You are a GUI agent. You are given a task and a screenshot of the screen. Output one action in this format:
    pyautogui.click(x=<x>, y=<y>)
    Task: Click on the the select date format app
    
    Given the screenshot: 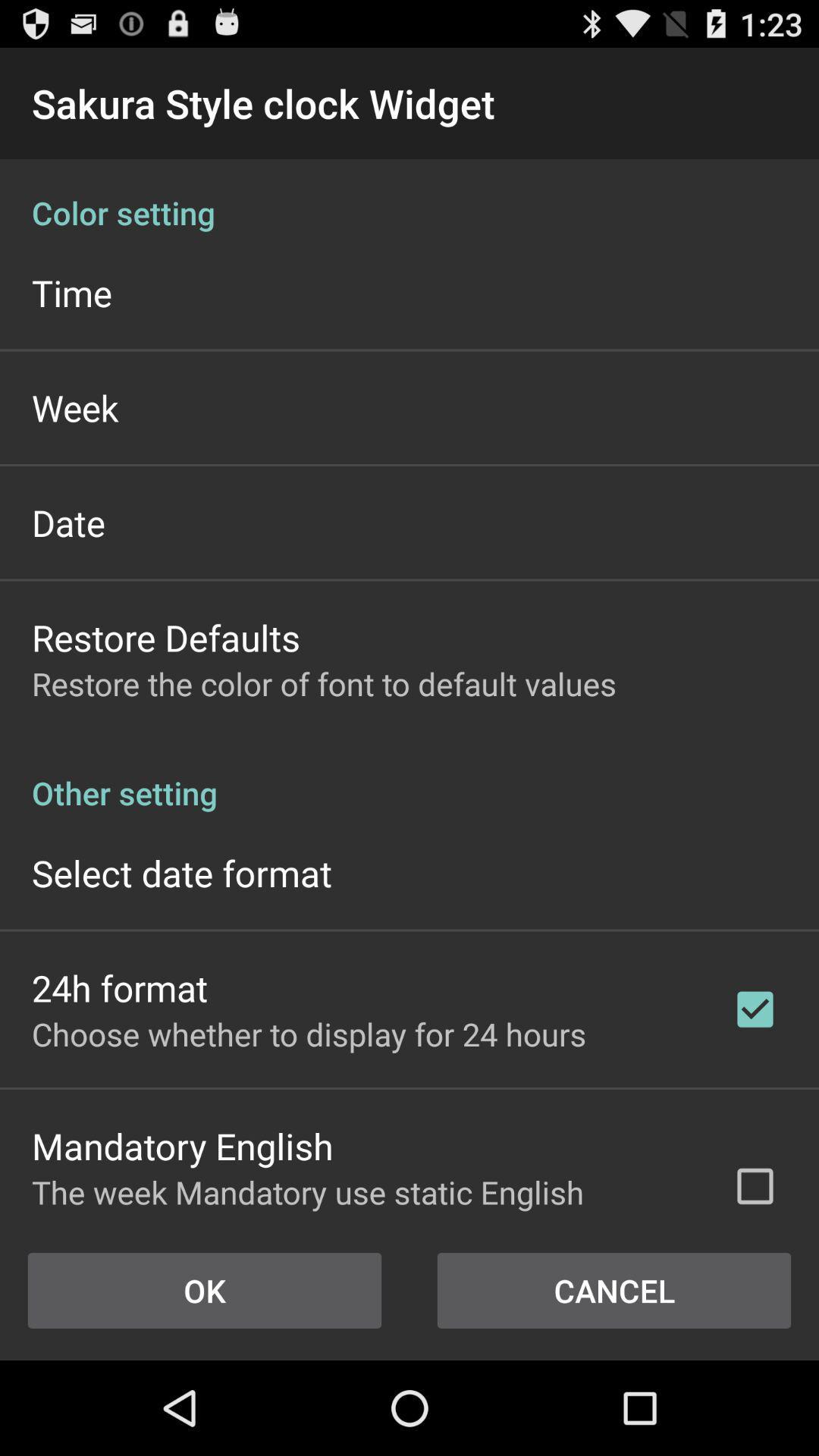 What is the action you would take?
    pyautogui.click(x=180, y=873)
    